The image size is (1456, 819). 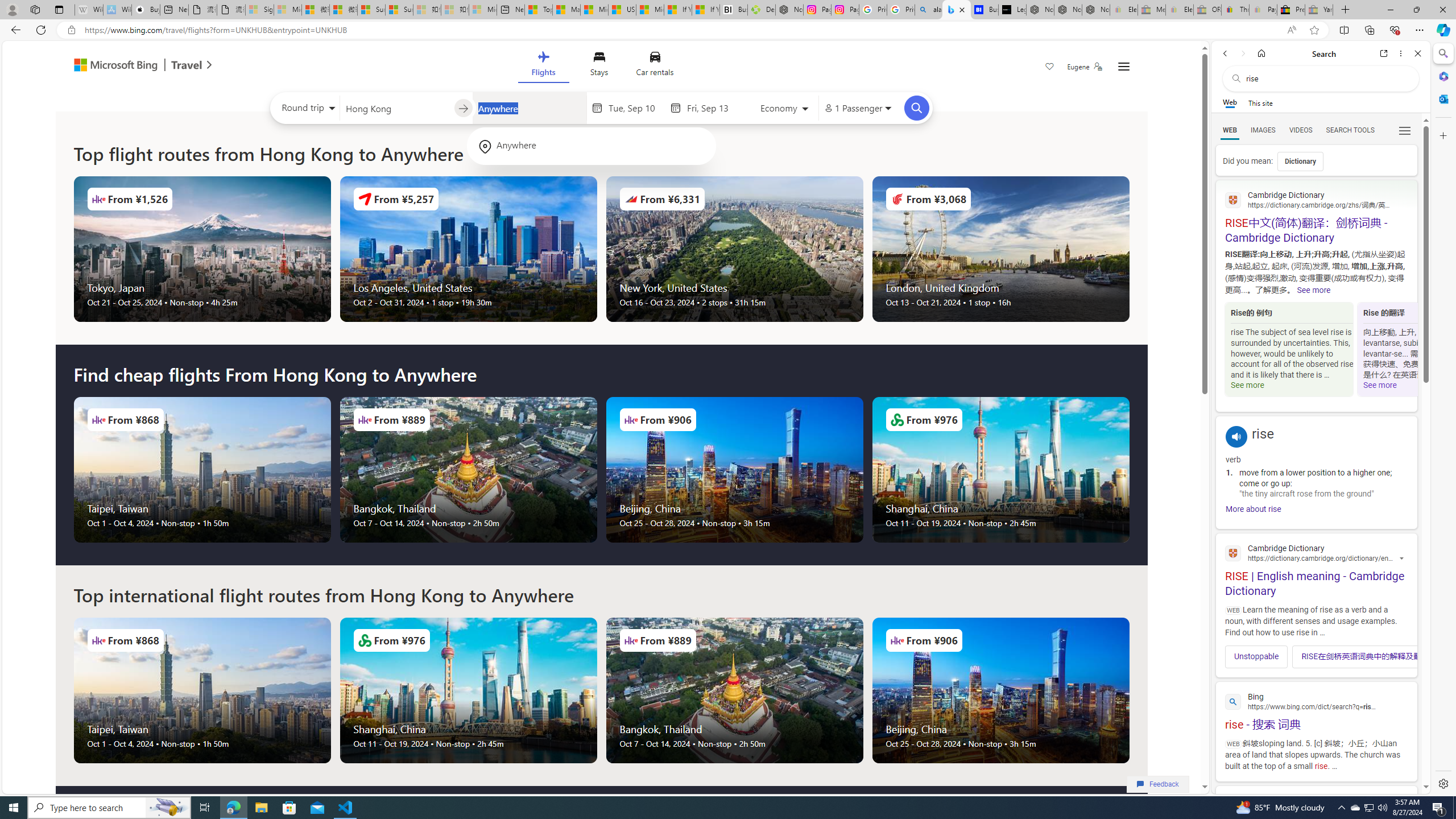 What do you see at coordinates (714, 107) in the screenshot?
I see `'End date'` at bounding box center [714, 107].